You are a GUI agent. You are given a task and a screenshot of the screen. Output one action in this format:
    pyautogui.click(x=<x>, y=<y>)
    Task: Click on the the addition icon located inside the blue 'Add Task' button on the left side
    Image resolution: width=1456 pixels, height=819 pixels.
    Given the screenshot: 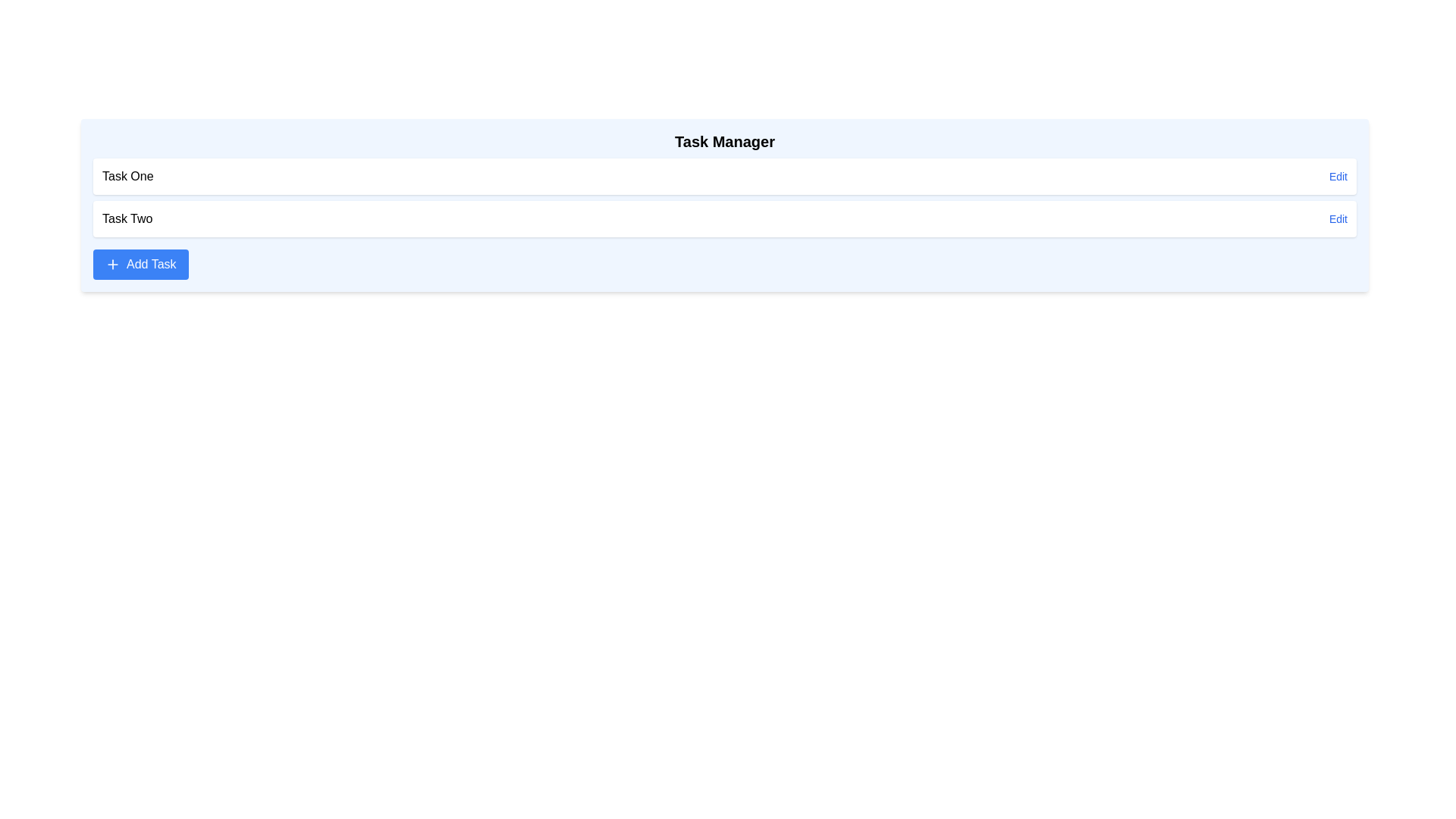 What is the action you would take?
    pyautogui.click(x=111, y=263)
    